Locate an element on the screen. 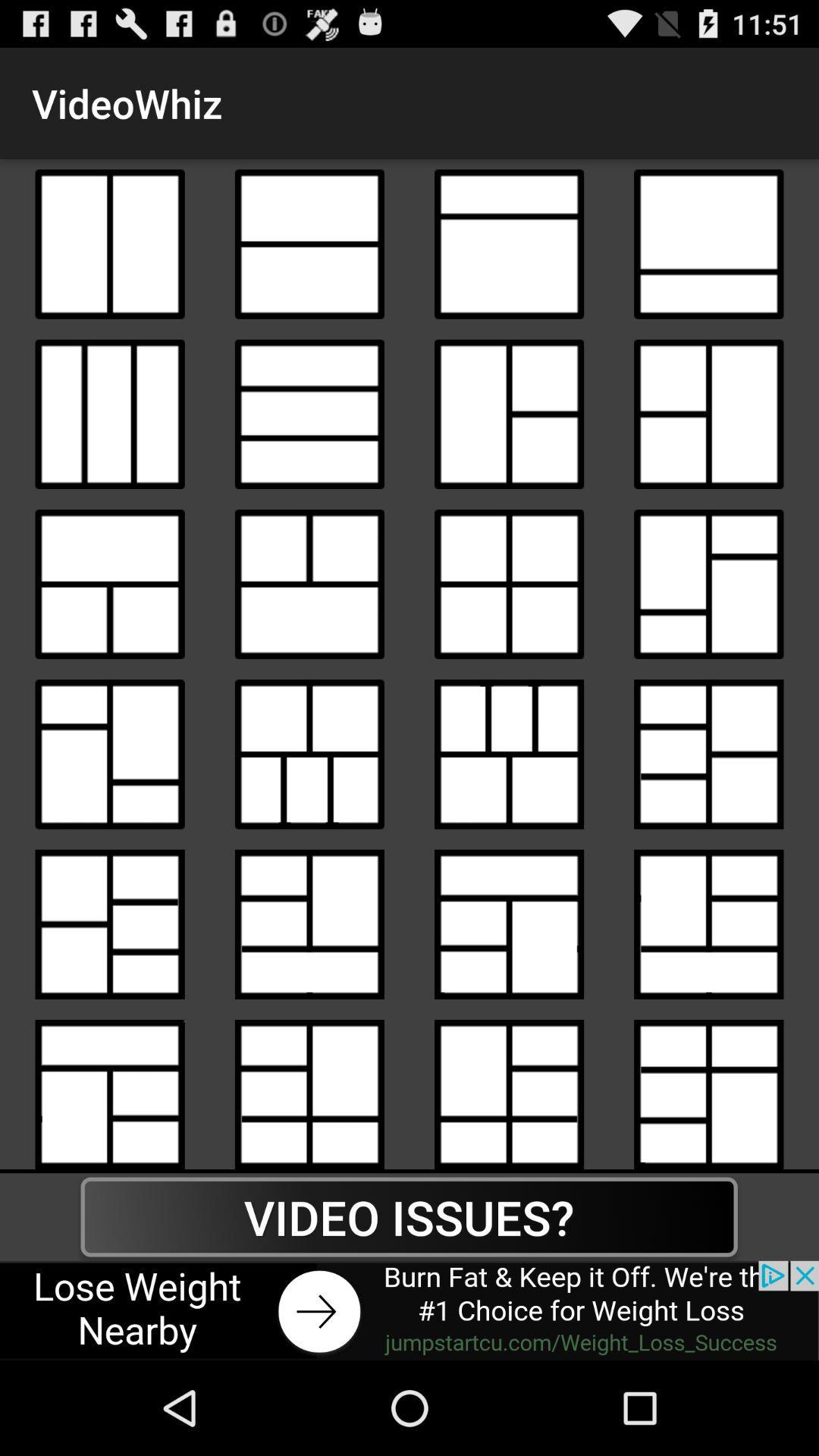  layout option is located at coordinates (109, 1088).